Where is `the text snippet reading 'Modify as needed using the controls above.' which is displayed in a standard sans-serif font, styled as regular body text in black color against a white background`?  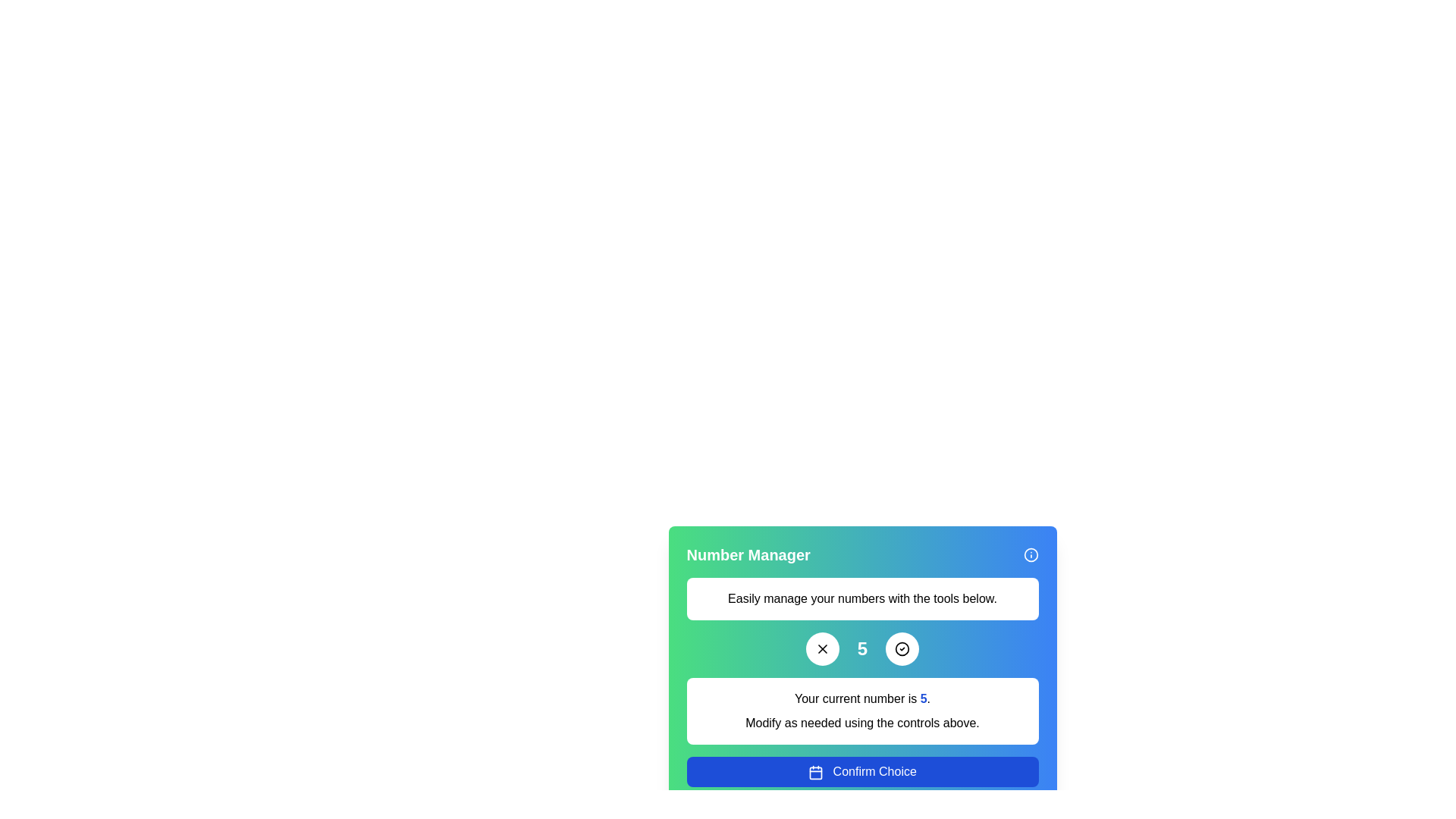 the text snippet reading 'Modify as needed using the controls above.' which is displayed in a standard sans-serif font, styled as regular body text in black color against a white background is located at coordinates (862, 722).